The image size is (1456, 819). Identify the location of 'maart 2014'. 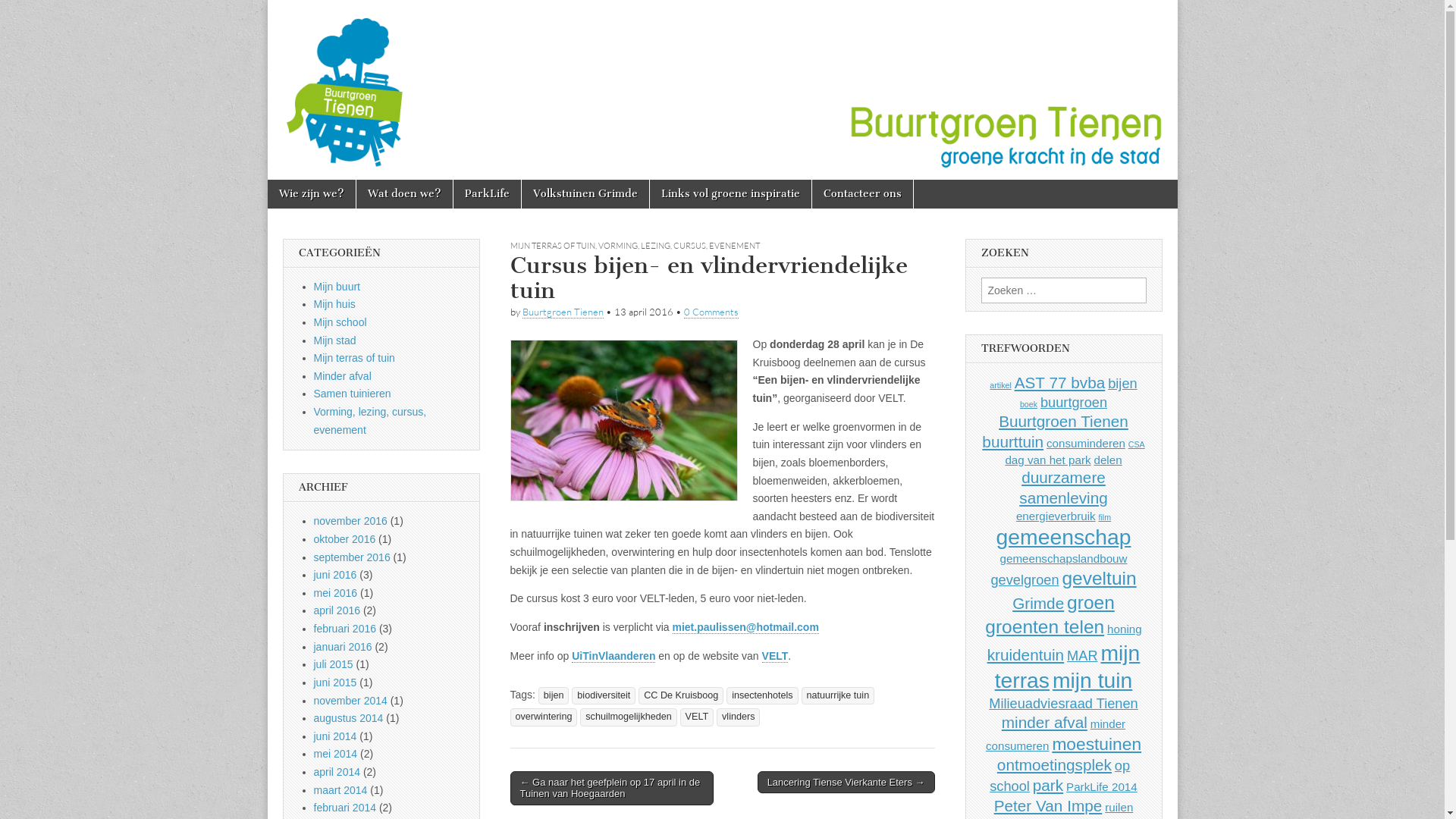
(312, 789).